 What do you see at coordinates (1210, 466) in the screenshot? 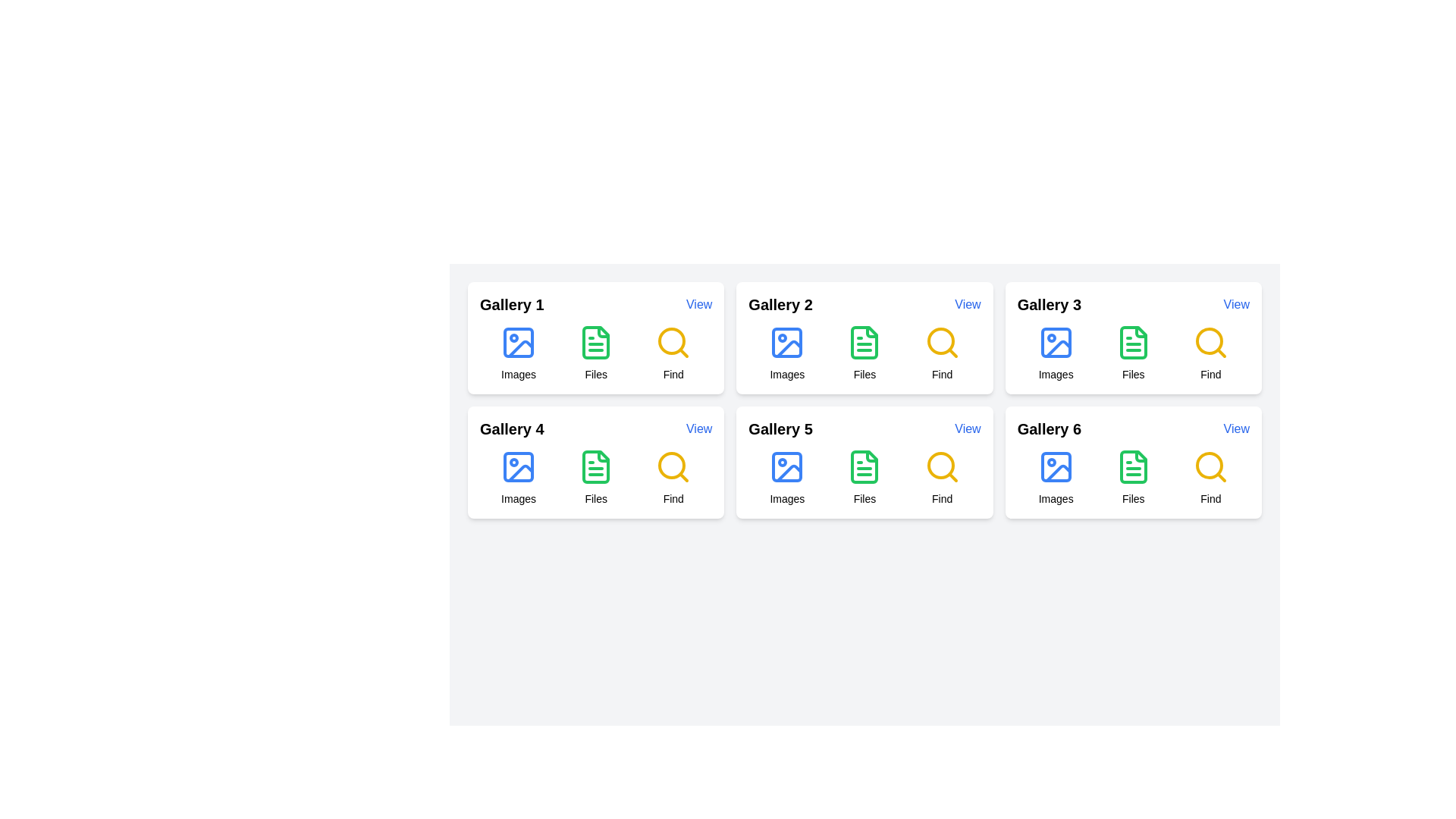
I see `the yellow magnifying glass icon in the 'Find' section of the sixth gallery box to initiate the search function` at bounding box center [1210, 466].